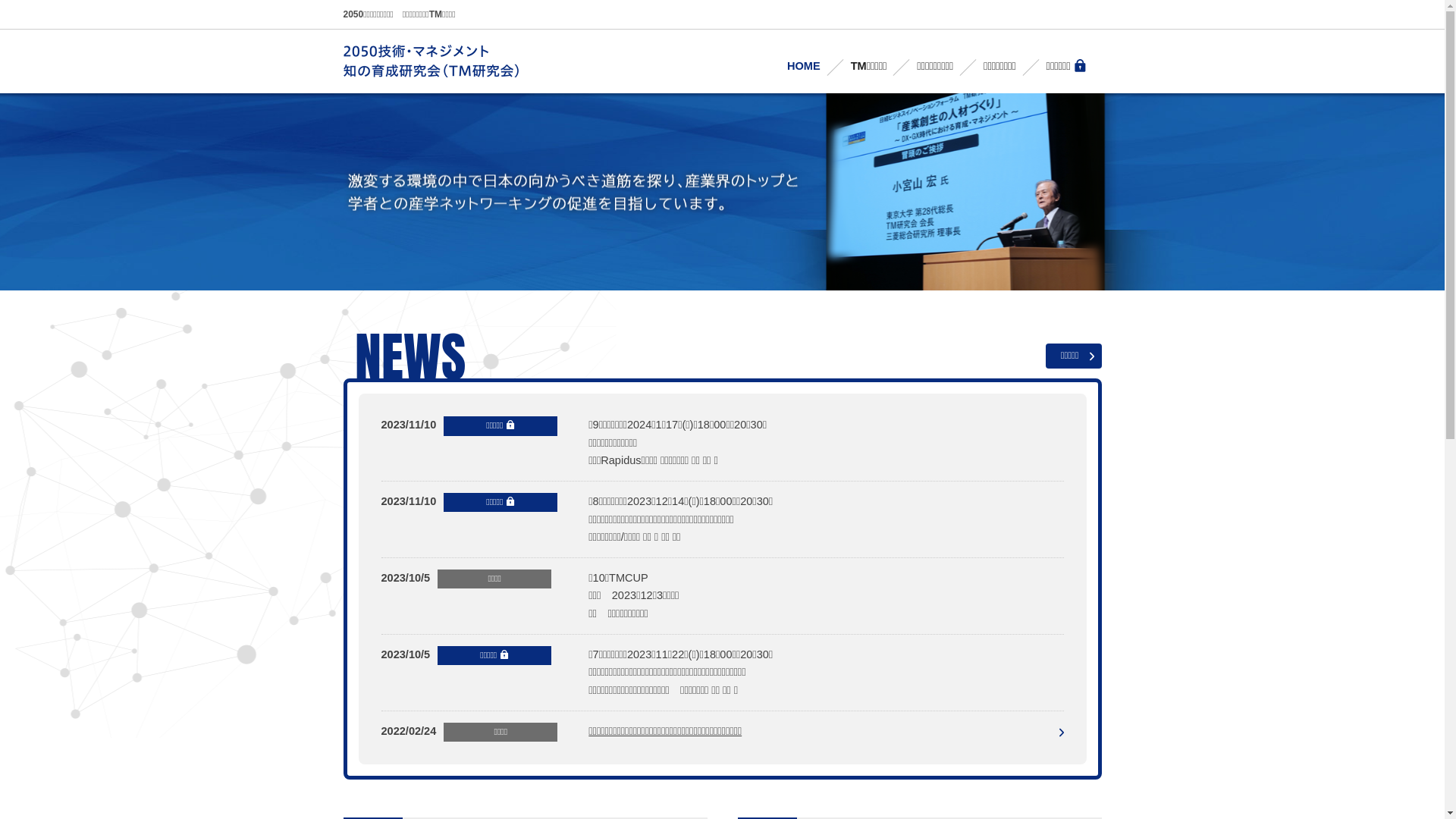 This screenshot has height=819, width=1456. I want to click on 'HOME', so click(771, 65).